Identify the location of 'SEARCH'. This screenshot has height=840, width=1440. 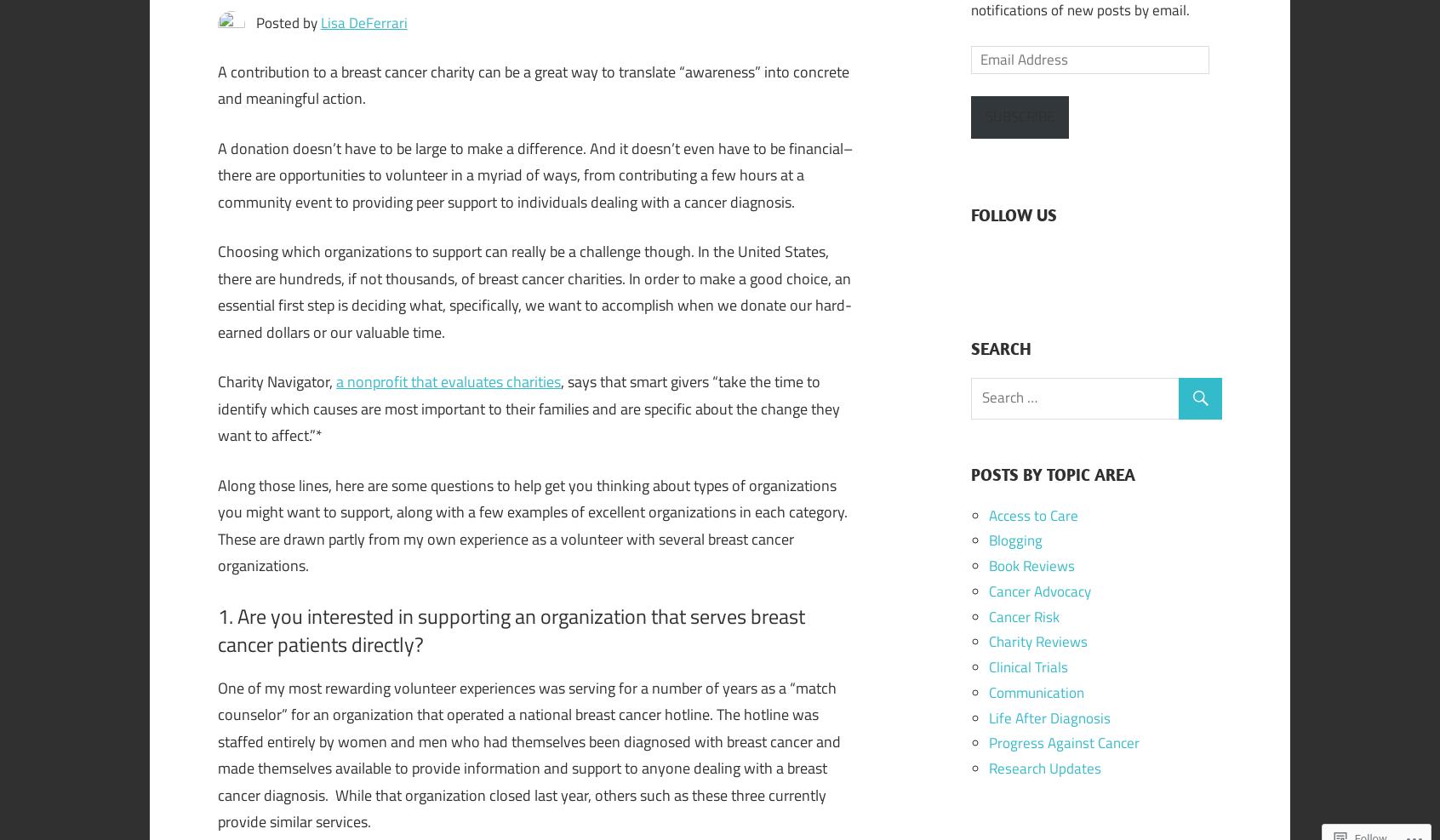
(969, 347).